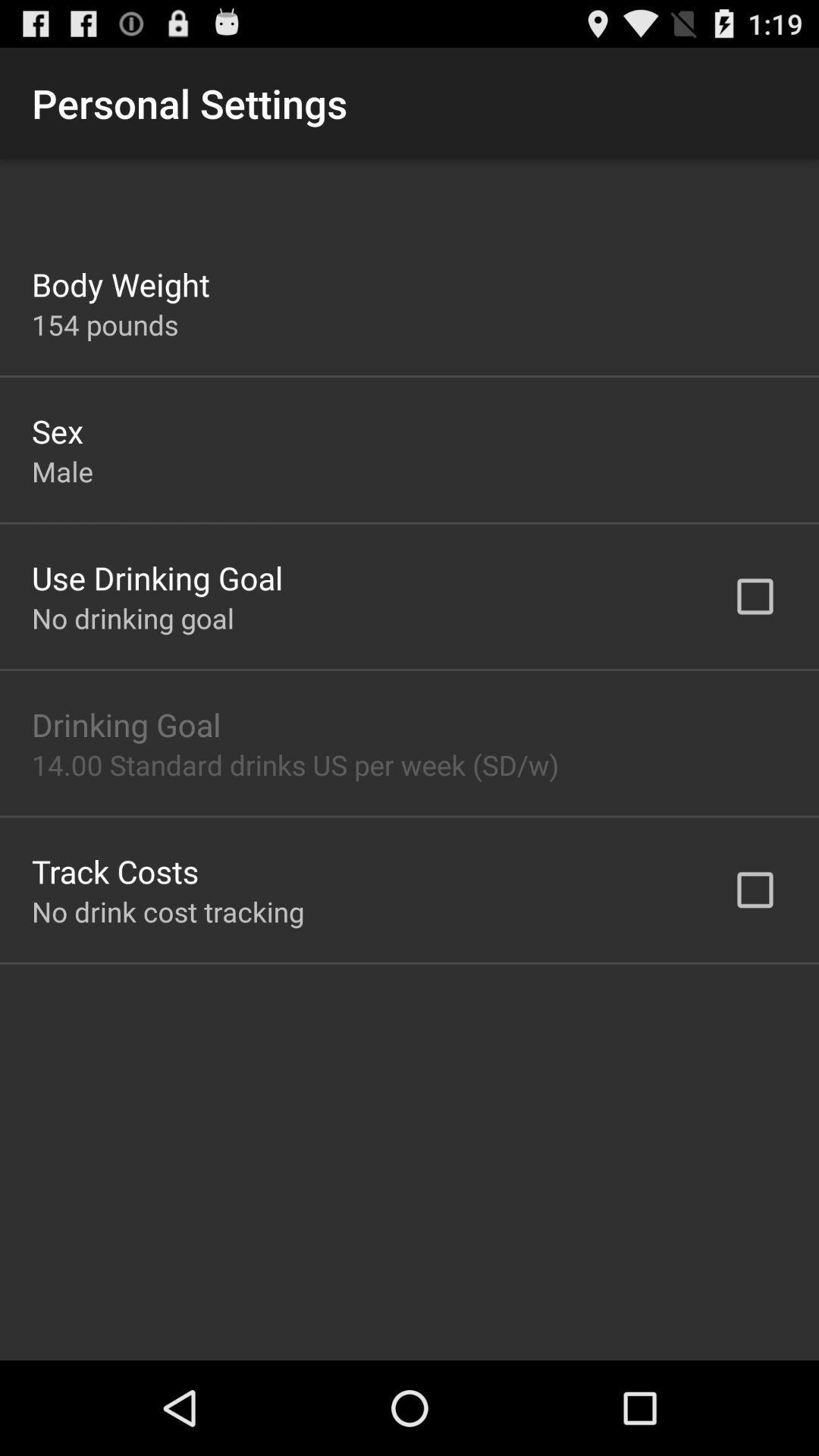 This screenshot has width=819, height=1456. What do you see at coordinates (115, 871) in the screenshot?
I see `app above no drink cost app` at bounding box center [115, 871].